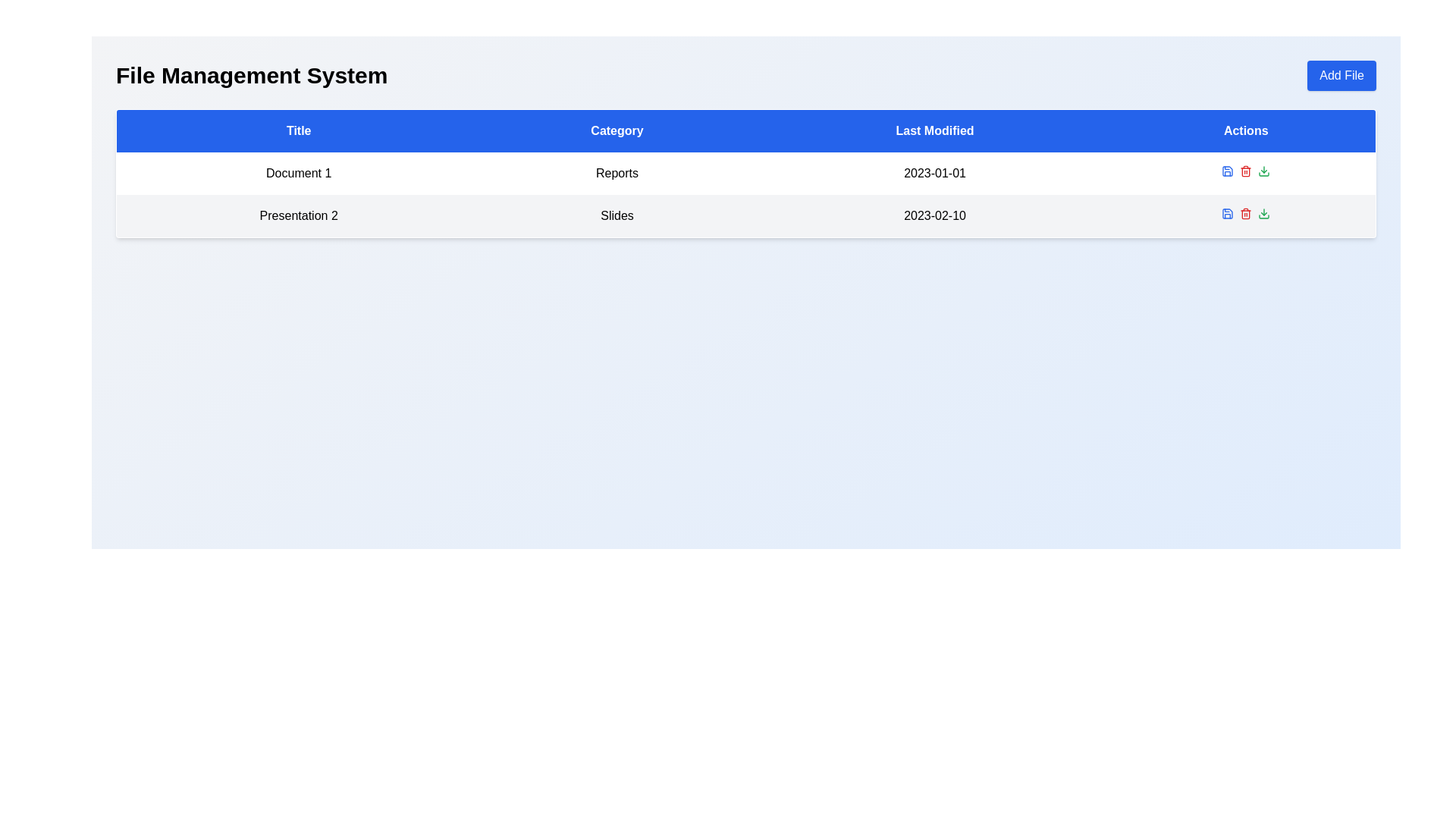 The image size is (1456, 819). What do you see at coordinates (934, 216) in the screenshot?
I see `the static text element displaying '2023-02-10' located in the 'Last Modified' column of the table, specifically the third cell in the second row under 'Presentation 2'` at bounding box center [934, 216].